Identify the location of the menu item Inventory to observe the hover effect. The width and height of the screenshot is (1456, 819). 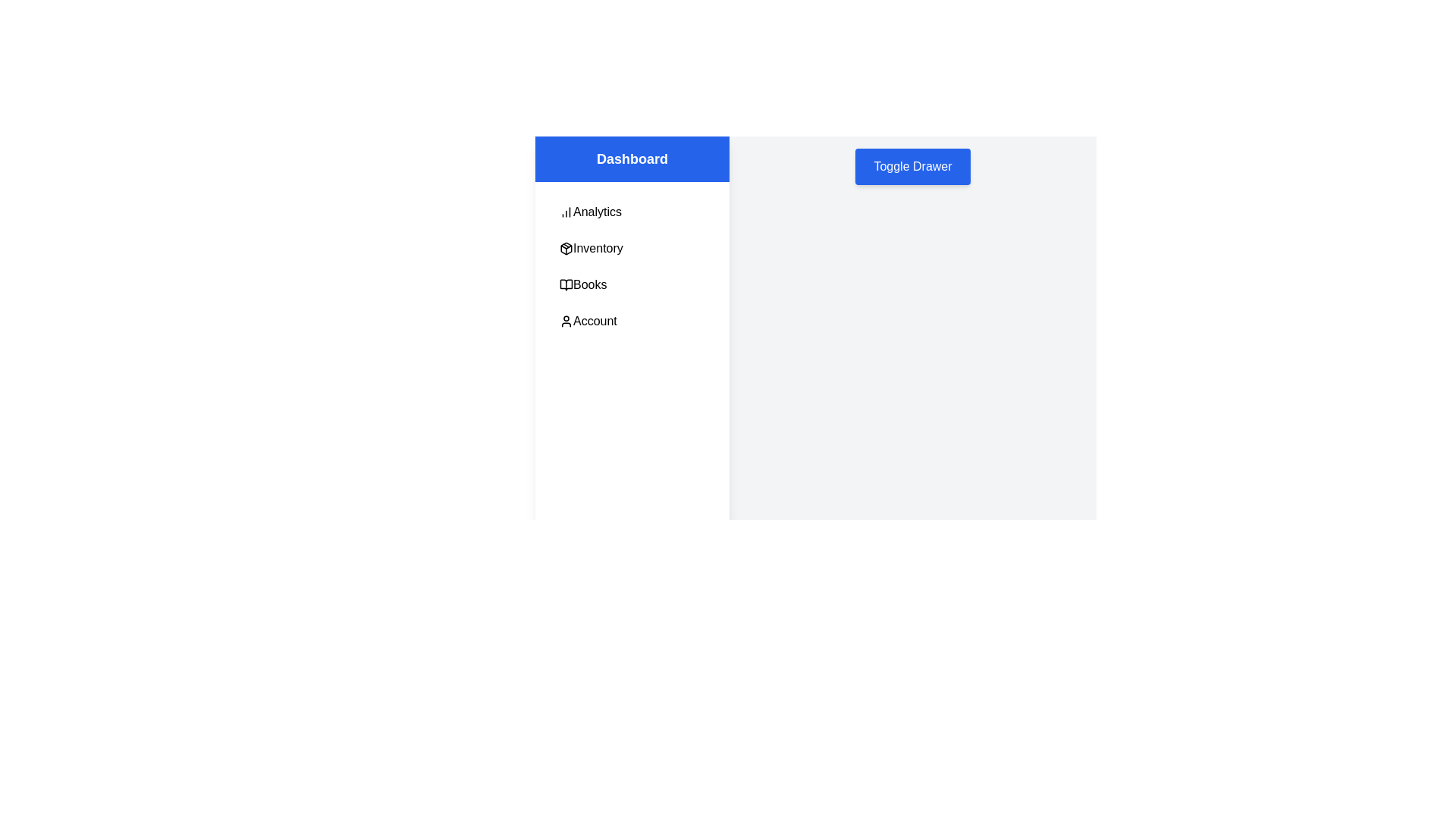
(632, 247).